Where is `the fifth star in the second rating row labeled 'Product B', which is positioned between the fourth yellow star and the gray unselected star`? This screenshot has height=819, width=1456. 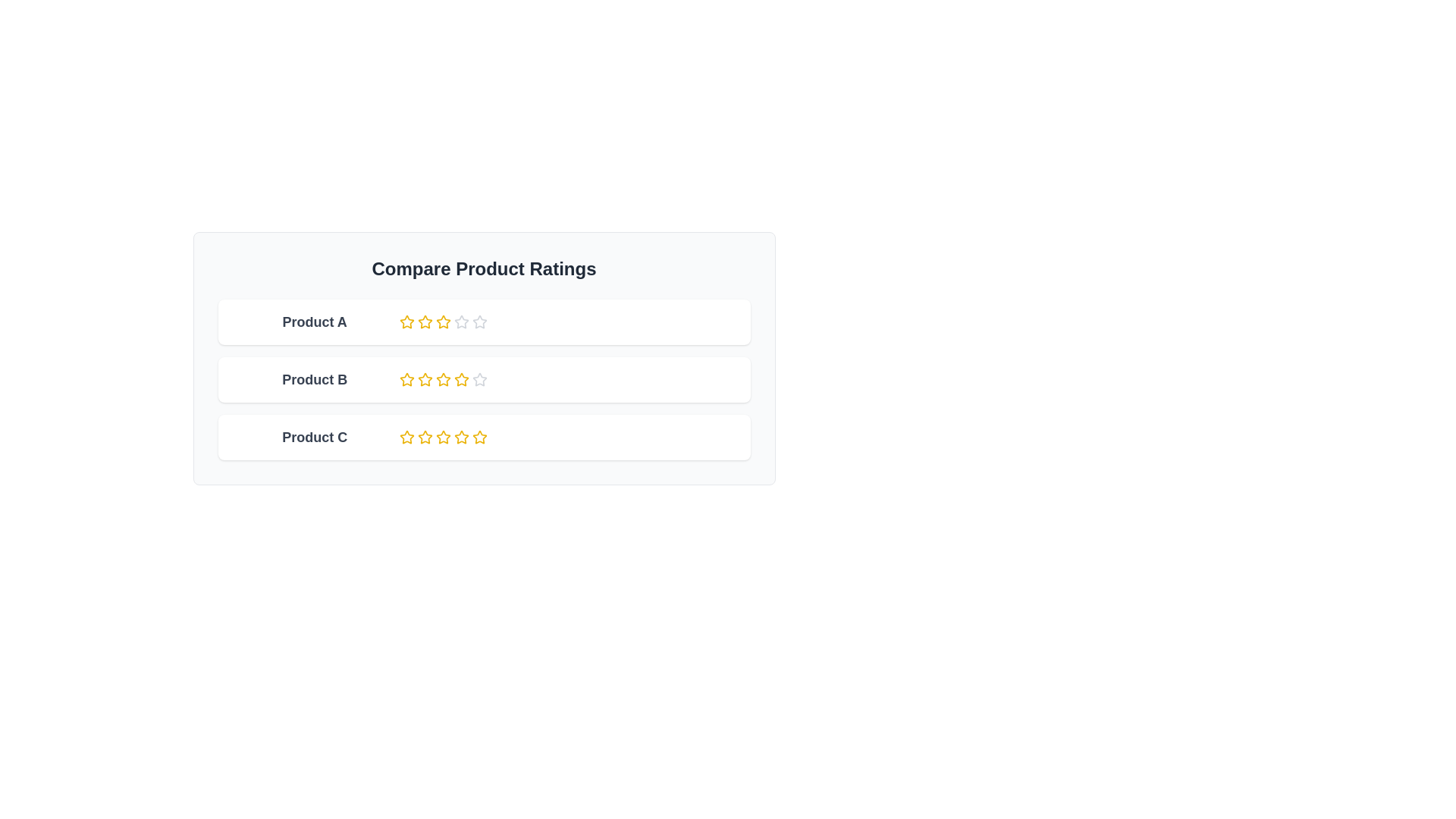 the fifth star in the second rating row labeled 'Product B', which is positioned between the fourth yellow star and the gray unselected star is located at coordinates (460, 379).